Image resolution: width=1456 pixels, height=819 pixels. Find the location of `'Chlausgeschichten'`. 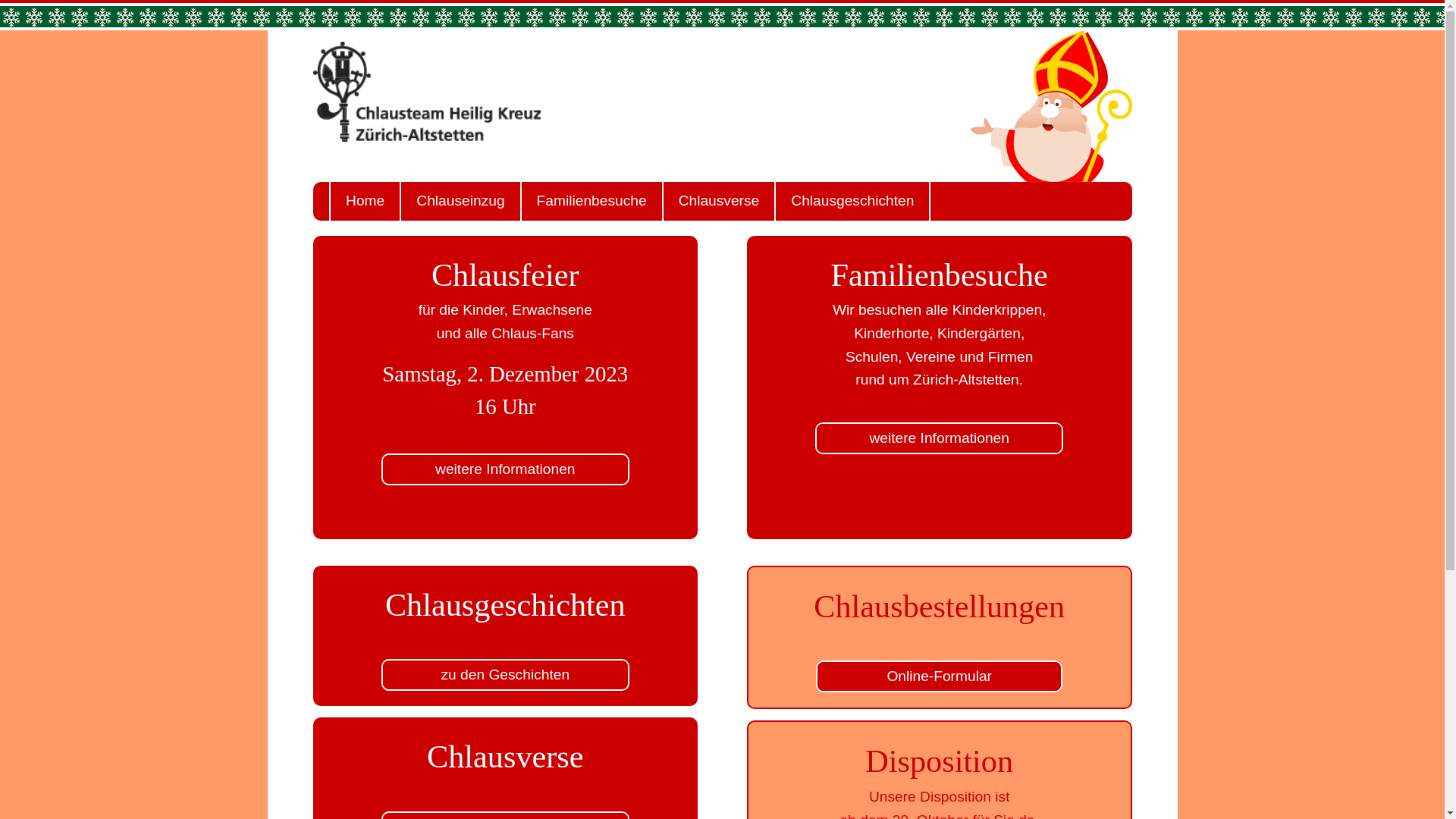

'Chlausgeschichten' is located at coordinates (852, 200).